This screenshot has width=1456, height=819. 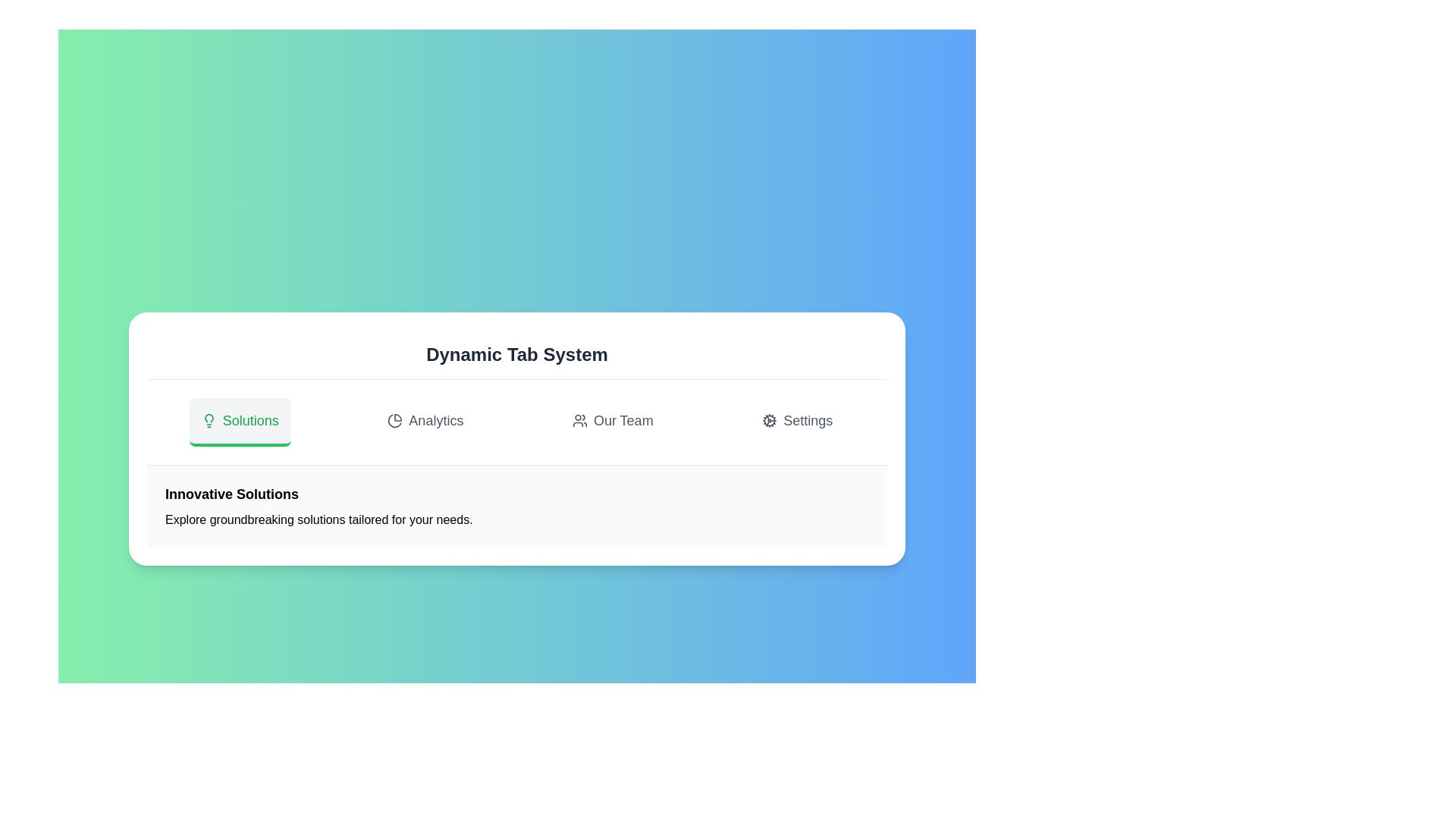 What do you see at coordinates (770, 421) in the screenshot?
I see `the cogwheel icon, which is part of the settings section` at bounding box center [770, 421].